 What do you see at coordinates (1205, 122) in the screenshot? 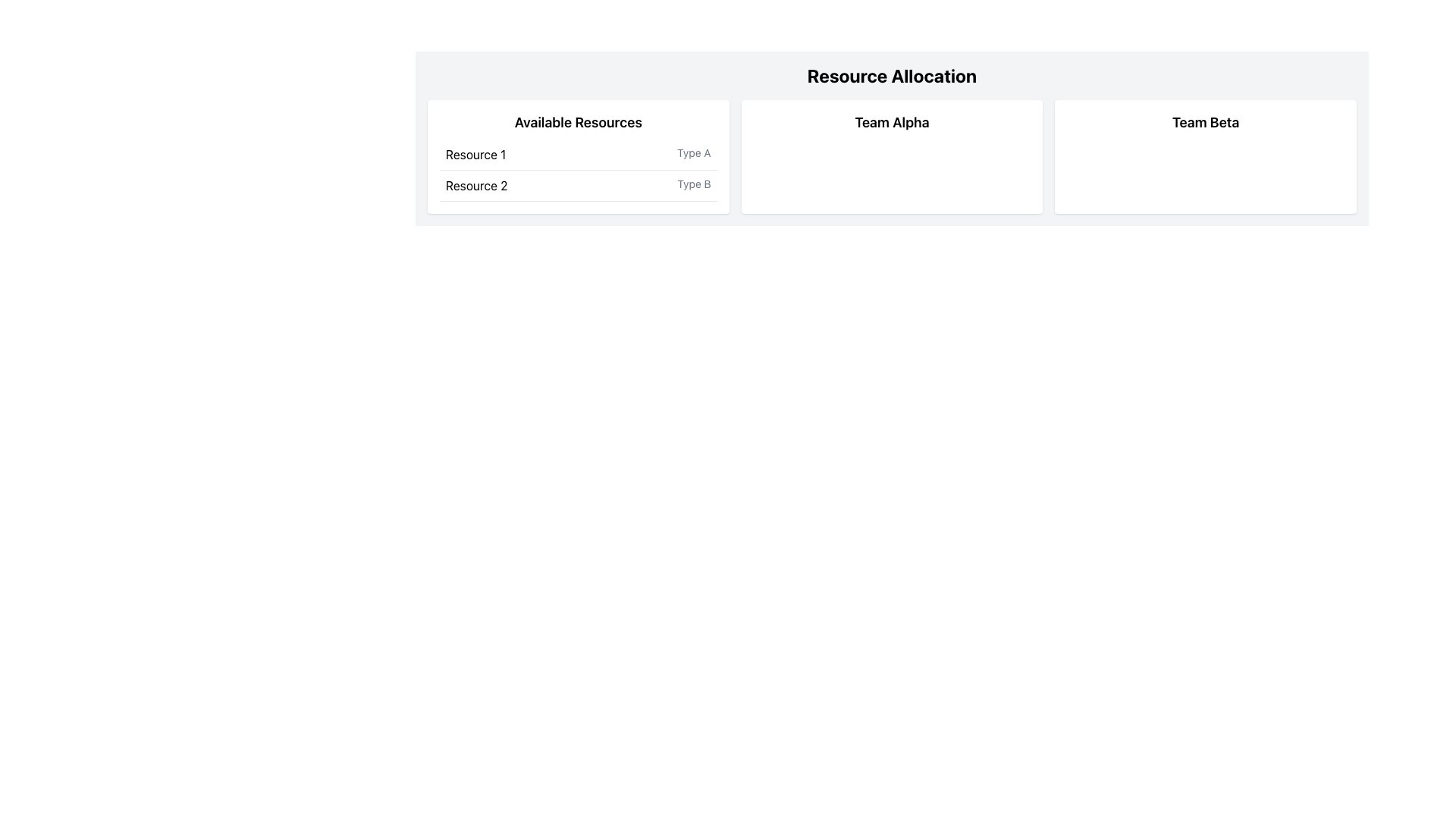
I see `text label for 'Team Beta' which serves as an identifying title for the associated card in the rightmost segment of the layout under 'Resource Allocation'` at bounding box center [1205, 122].